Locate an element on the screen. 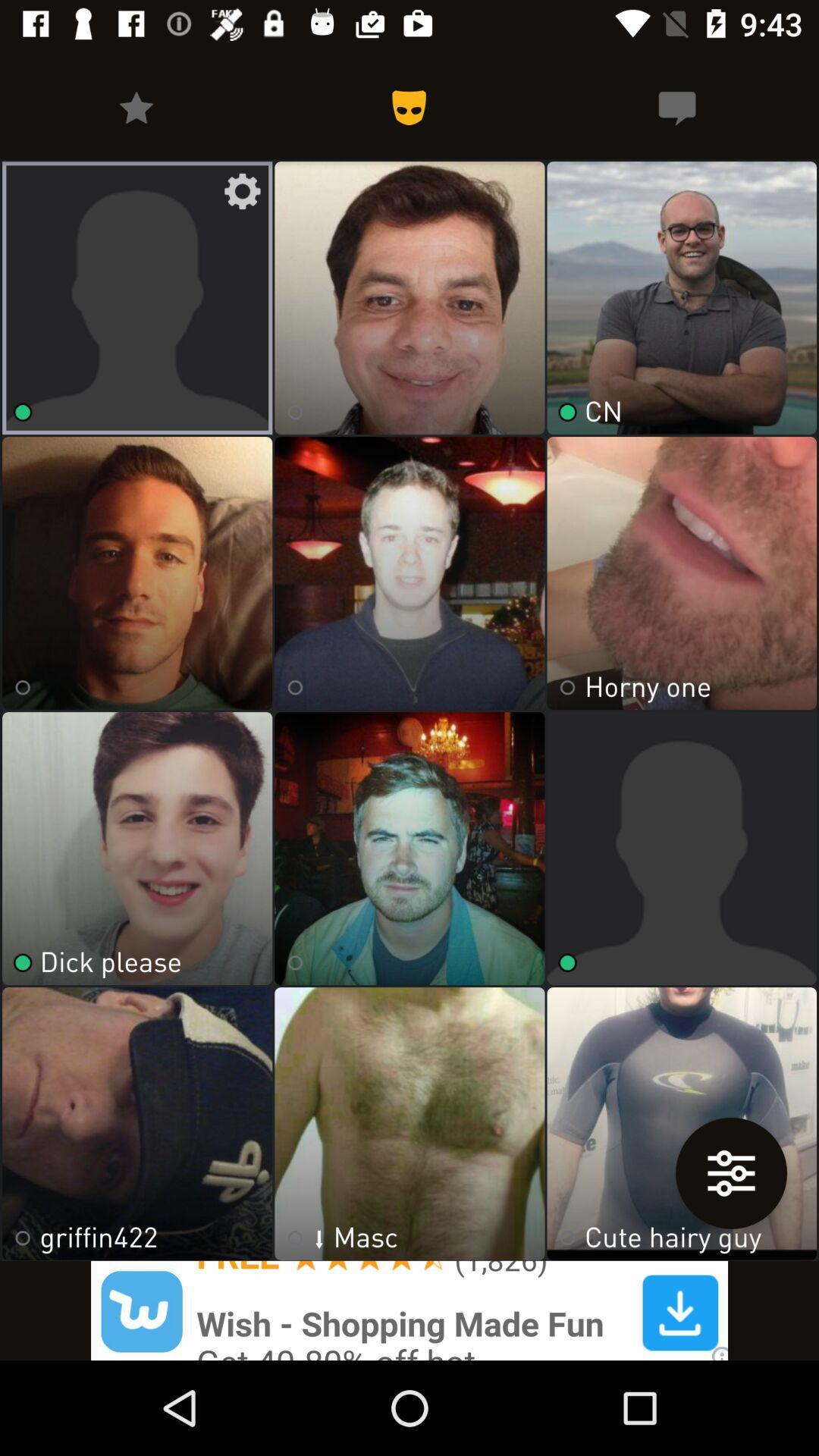 This screenshot has height=1456, width=819. advertising is located at coordinates (409, 1310).